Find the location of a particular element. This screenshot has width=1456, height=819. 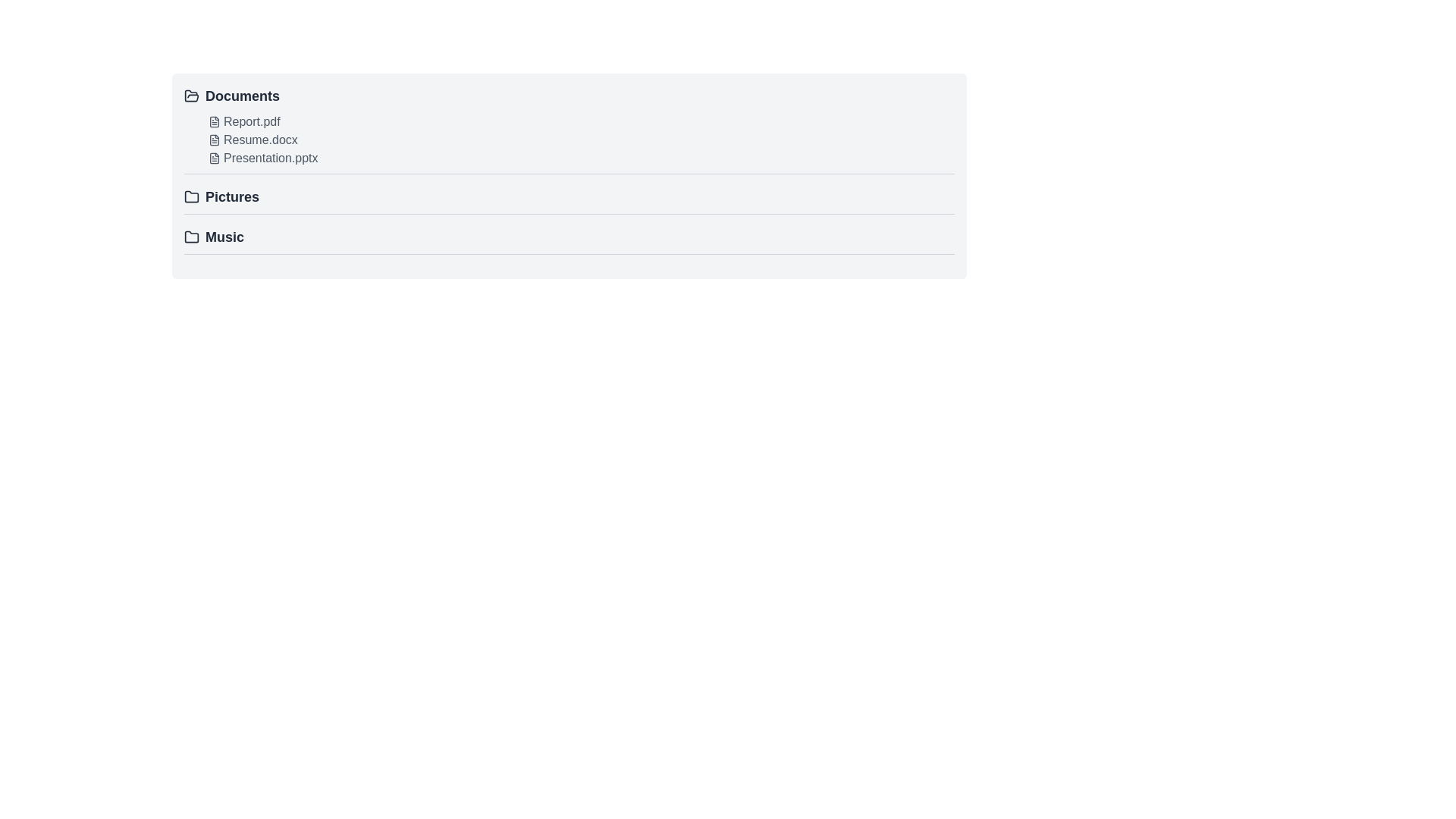

the 'Documents' icon, which visually represents the 'Documents' section and is positioned to the left of the text label 'Documents' is located at coordinates (191, 96).